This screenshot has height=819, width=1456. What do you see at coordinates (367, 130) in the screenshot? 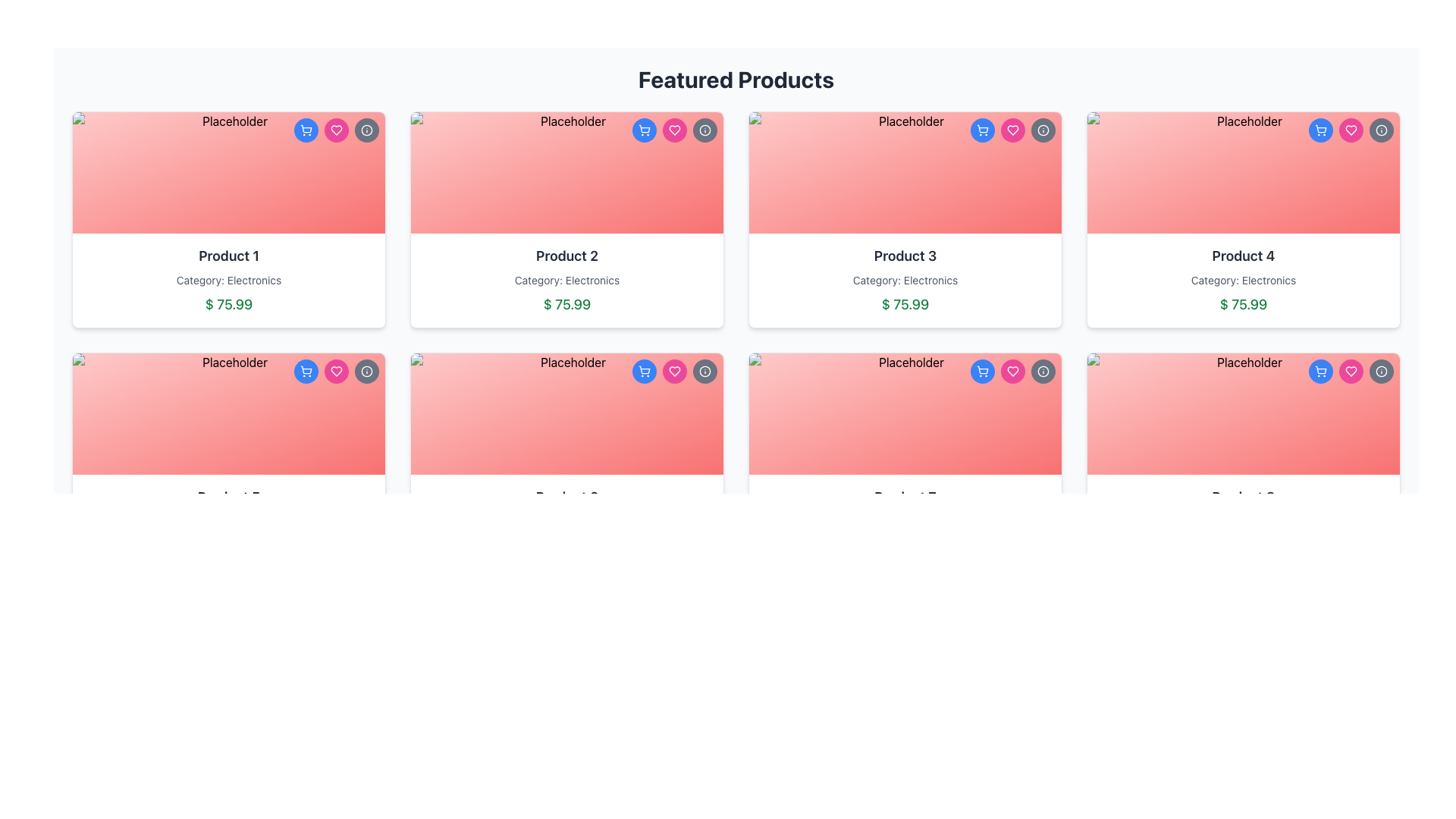
I see `outermost SVG circle element of the 'info' icon located in the top-right corner of the 'Product 1' card` at bounding box center [367, 130].